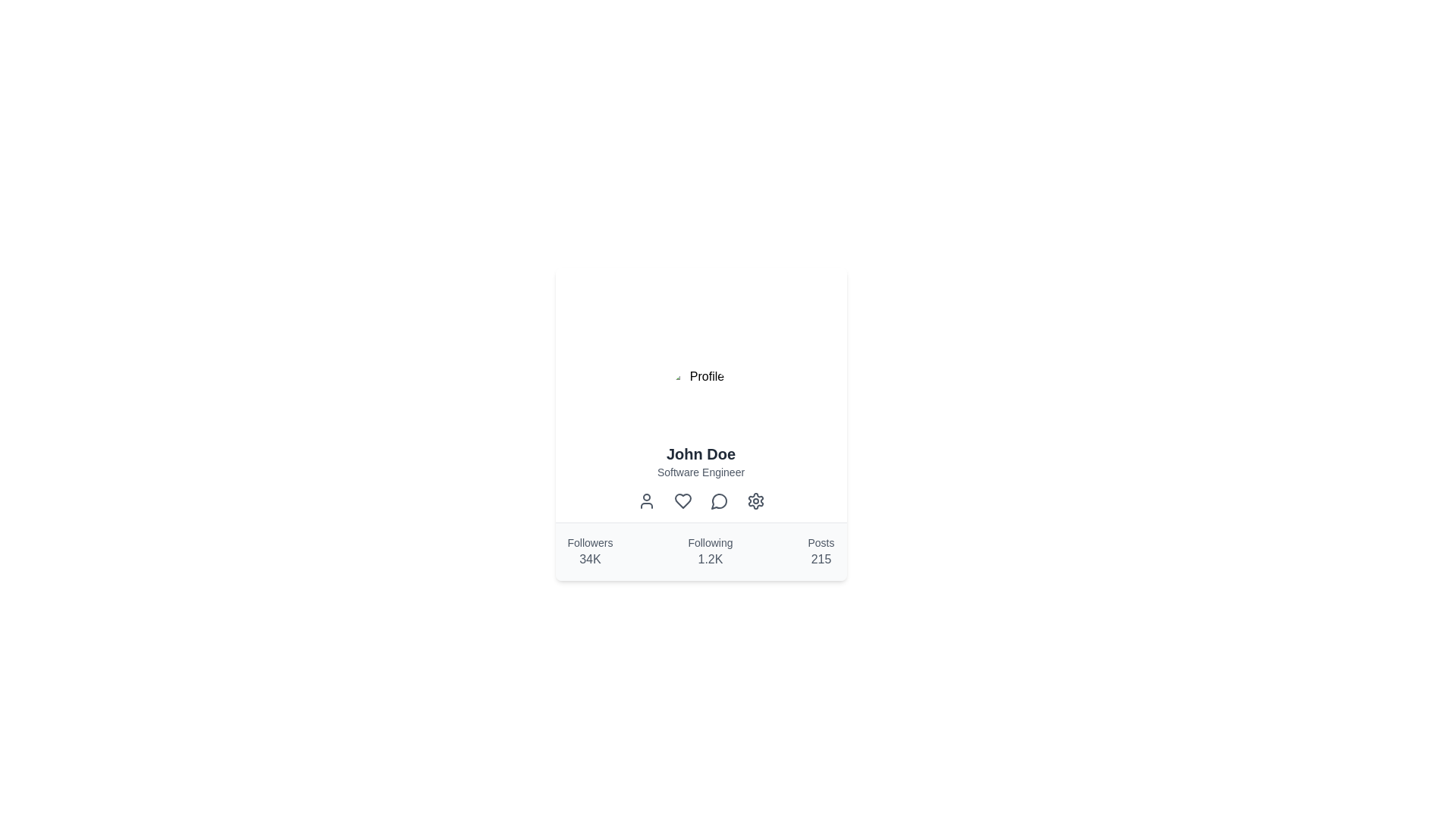  Describe the element at coordinates (589, 552) in the screenshot. I see `the static text display for the number of followers under the 'Followers' label in the profile card` at that location.